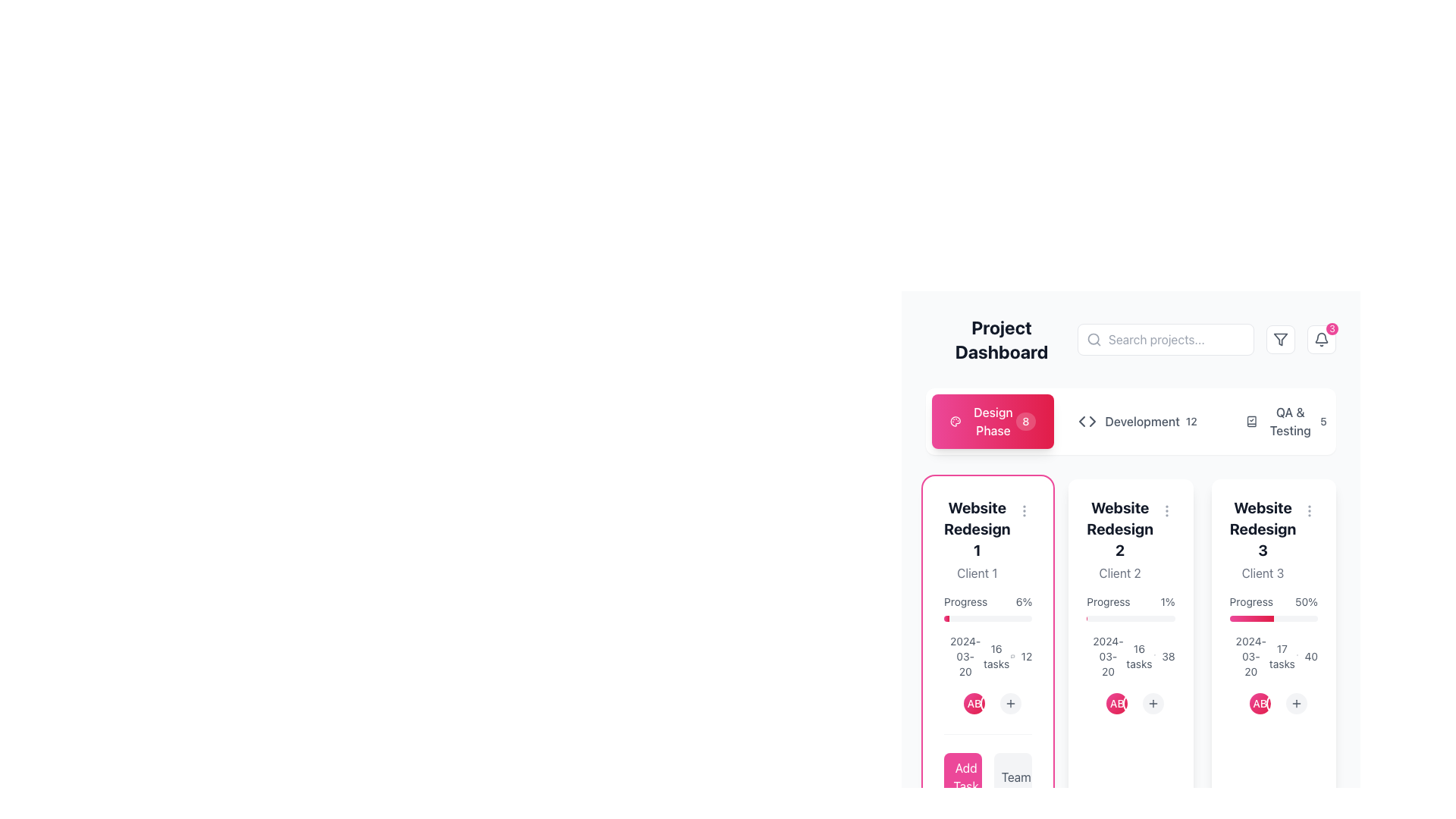 This screenshot has width=1456, height=819. What do you see at coordinates (1021, 656) in the screenshot?
I see `the numeric label displaying the number '12', which is styled with a small, rounded font and is located immediately to the right of a small chat bubble icon in the 'Website Redesign 1' card` at bounding box center [1021, 656].